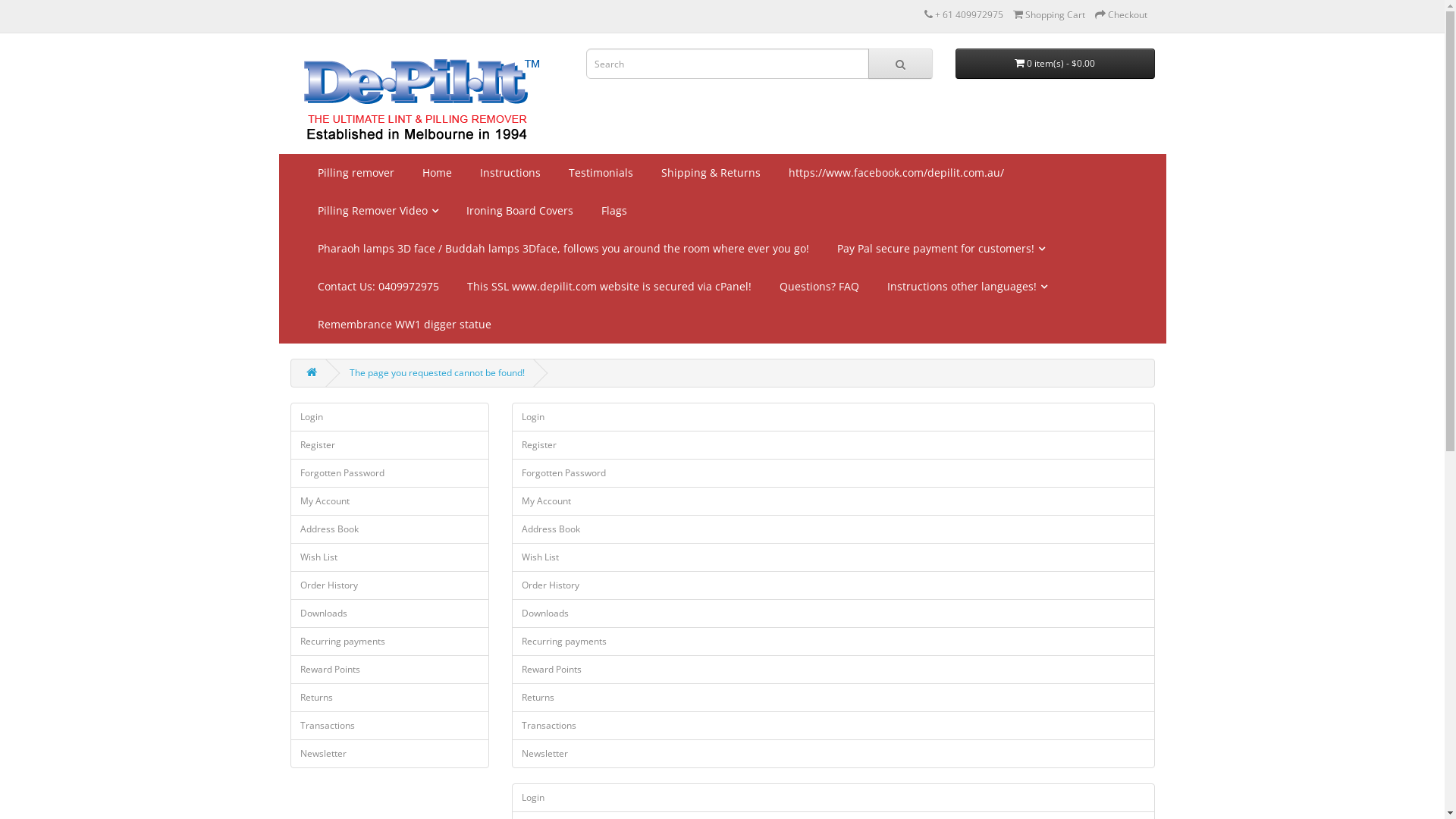 This screenshot has height=819, width=1456. I want to click on 'Reward Points', so click(389, 669).